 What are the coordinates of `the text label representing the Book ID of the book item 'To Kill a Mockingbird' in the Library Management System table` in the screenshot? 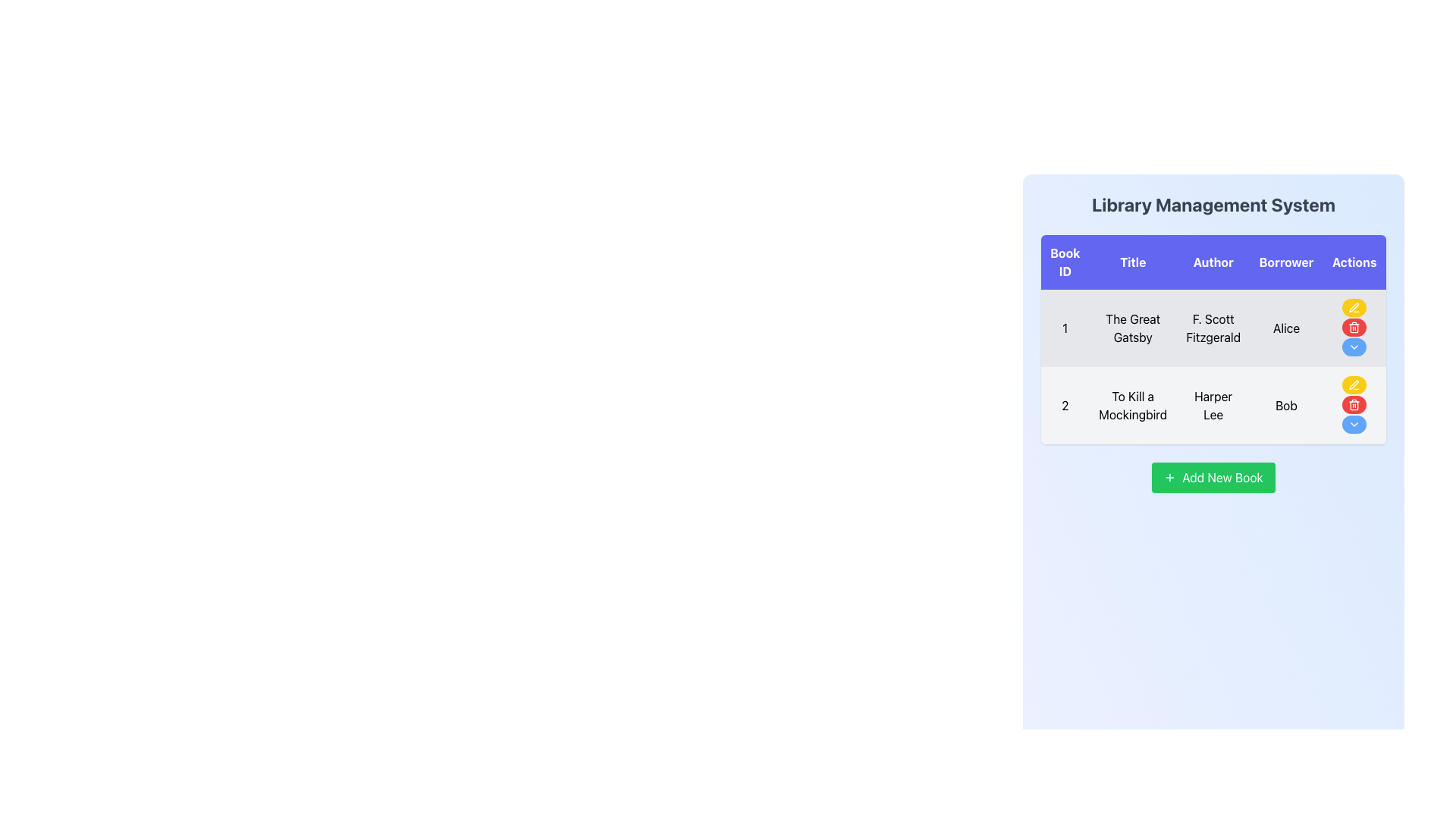 It's located at (1064, 405).